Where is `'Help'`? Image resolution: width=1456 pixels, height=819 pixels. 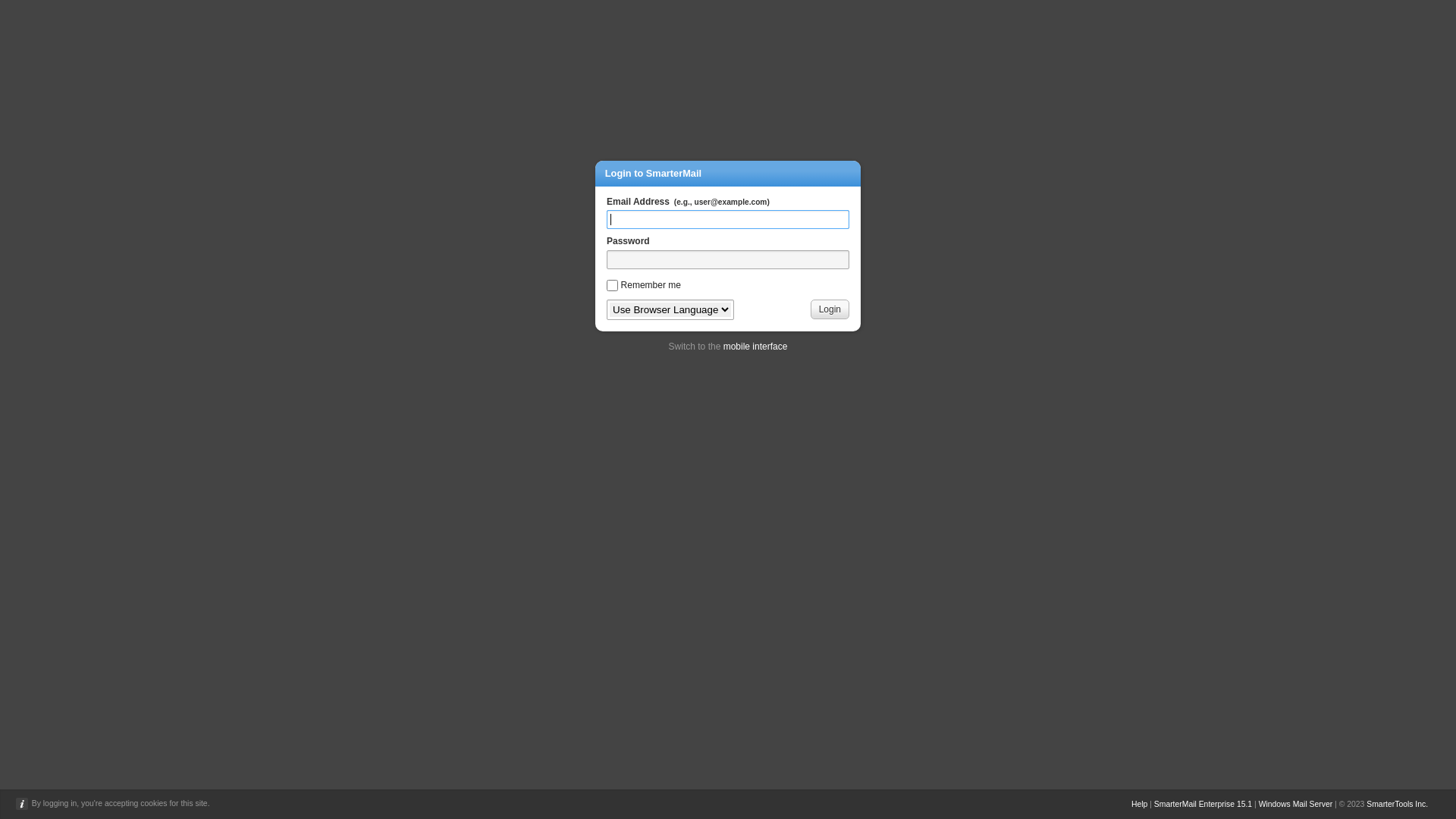 'Help' is located at coordinates (1139, 803).